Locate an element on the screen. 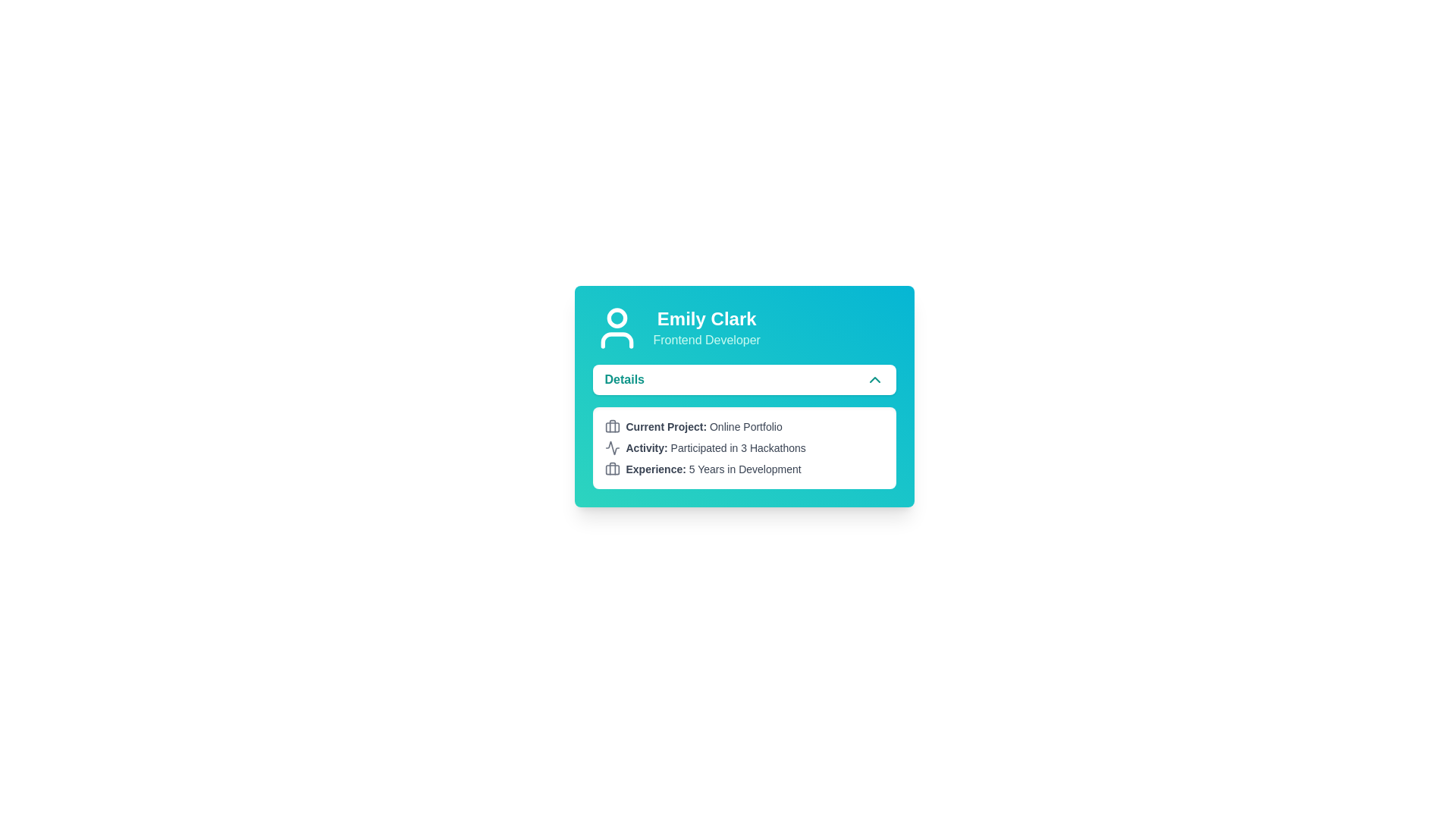 This screenshot has height=819, width=1456. the text label reading 'Experience:' which is part of a larger text indicating years of experience in development is located at coordinates (656, 468).